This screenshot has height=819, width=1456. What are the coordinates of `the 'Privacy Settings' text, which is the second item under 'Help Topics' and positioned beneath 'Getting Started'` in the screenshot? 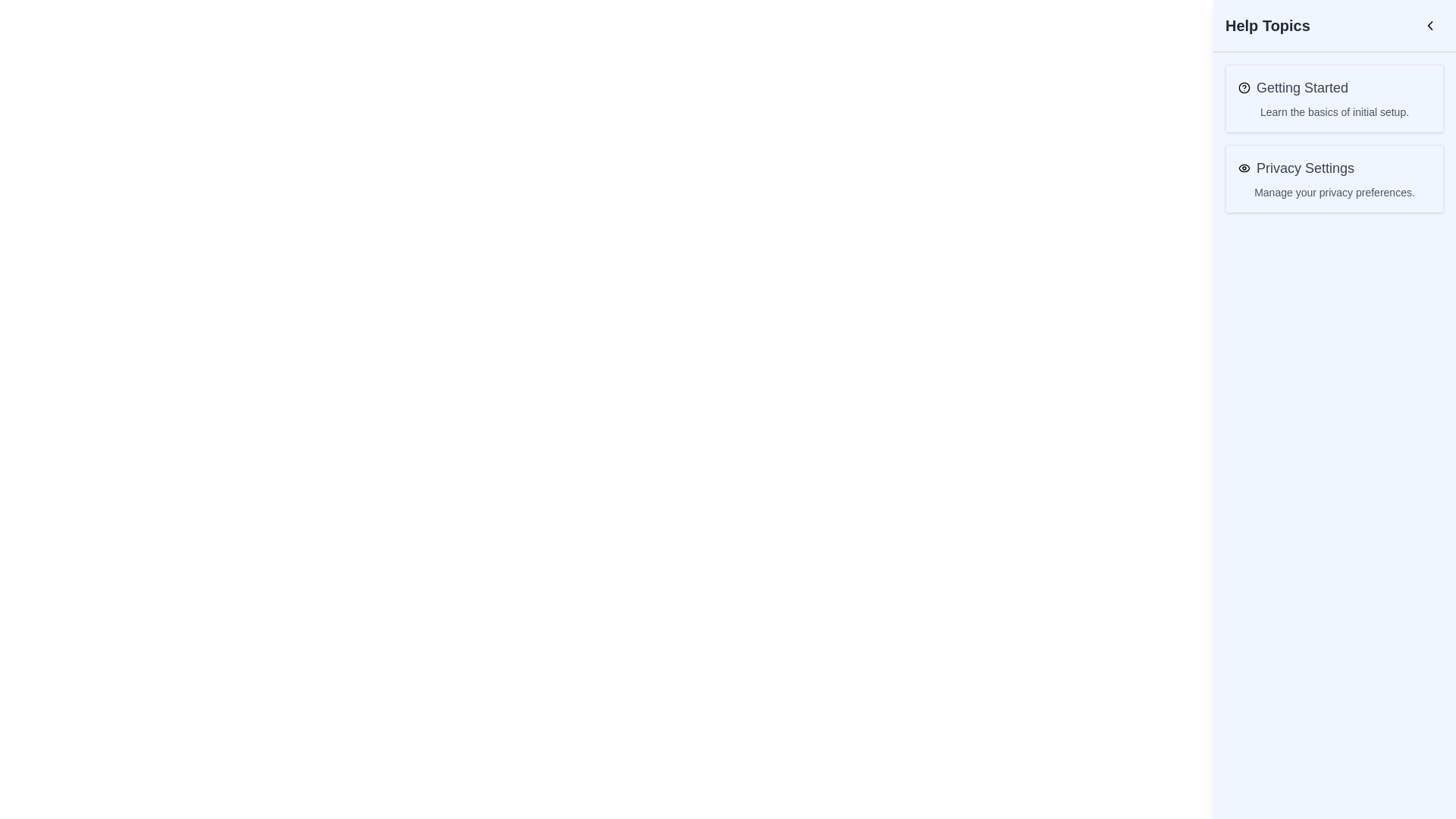 It's located at (1304, 168).